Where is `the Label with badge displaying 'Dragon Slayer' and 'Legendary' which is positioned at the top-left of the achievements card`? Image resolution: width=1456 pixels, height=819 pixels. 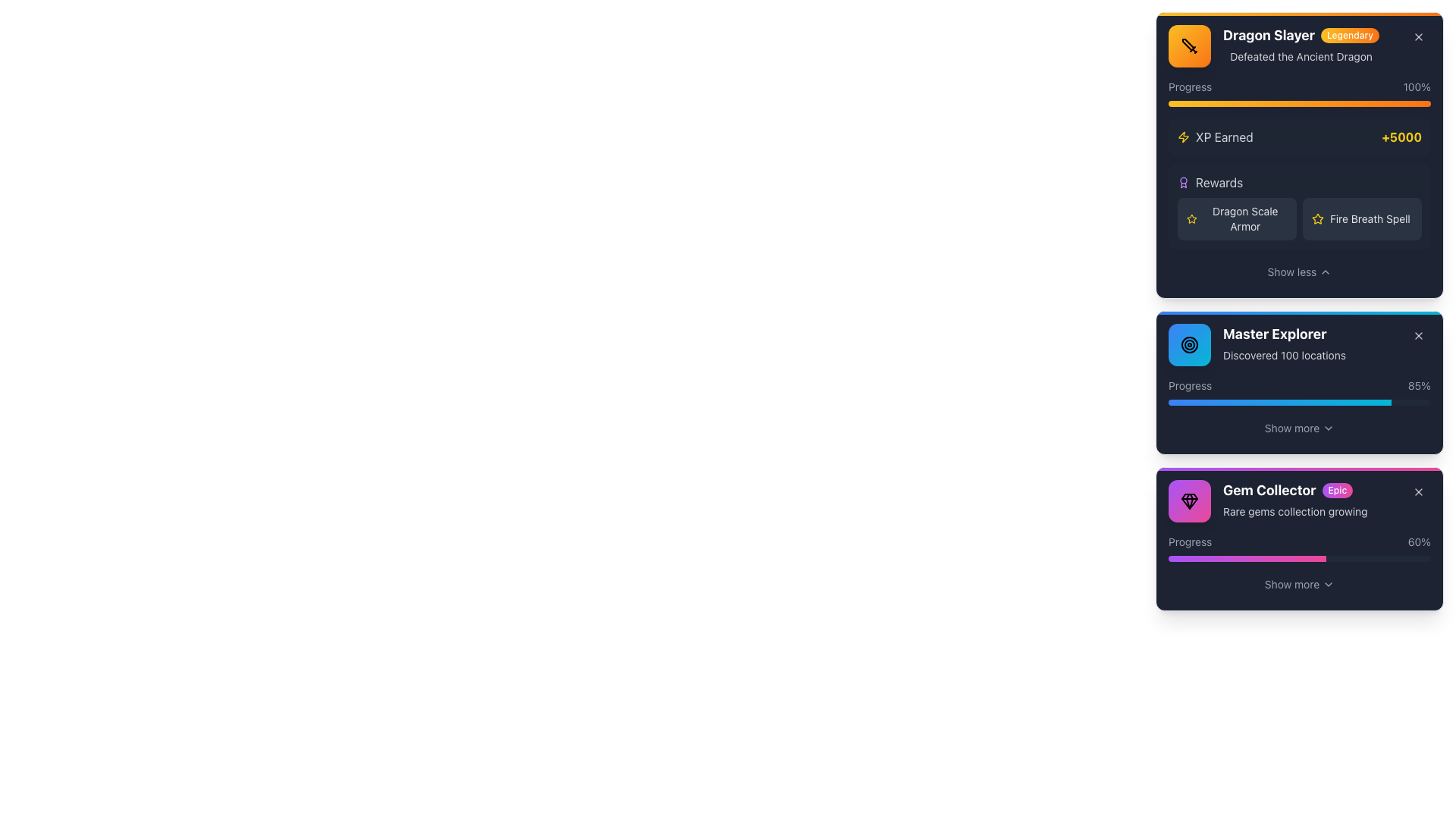
the Label with badge displaying 'Dragon Slayer' and 'Legendary' which is positioned at the top-left of the achievements card is located at coordinates (1301, 34).